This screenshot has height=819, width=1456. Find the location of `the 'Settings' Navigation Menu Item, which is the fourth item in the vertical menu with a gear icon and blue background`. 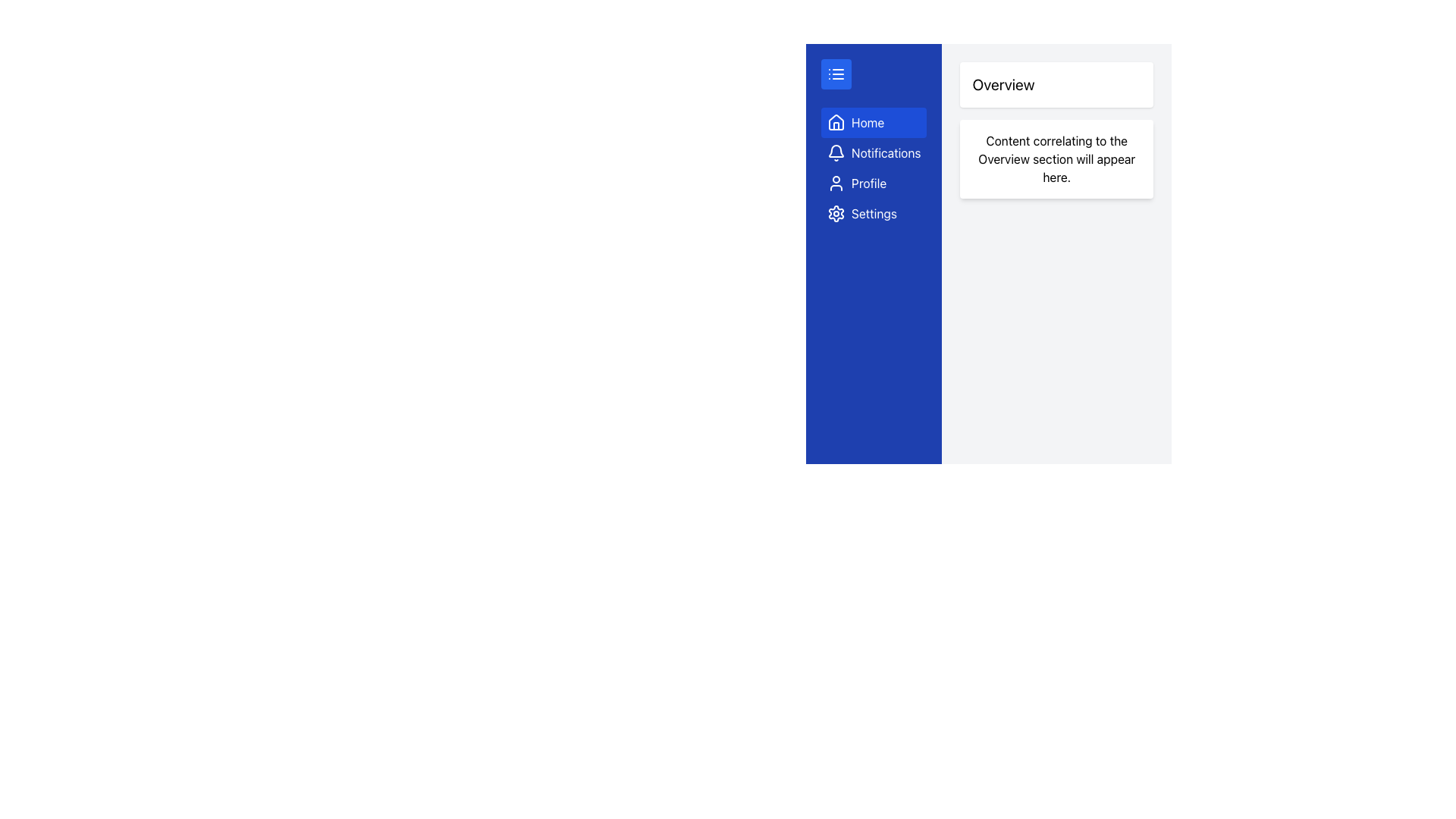

the 'Settings' Navigation Menu Item, which is the fourth item in the vertical menu with a gear icon and blue background is located at coordinates (874, 213).